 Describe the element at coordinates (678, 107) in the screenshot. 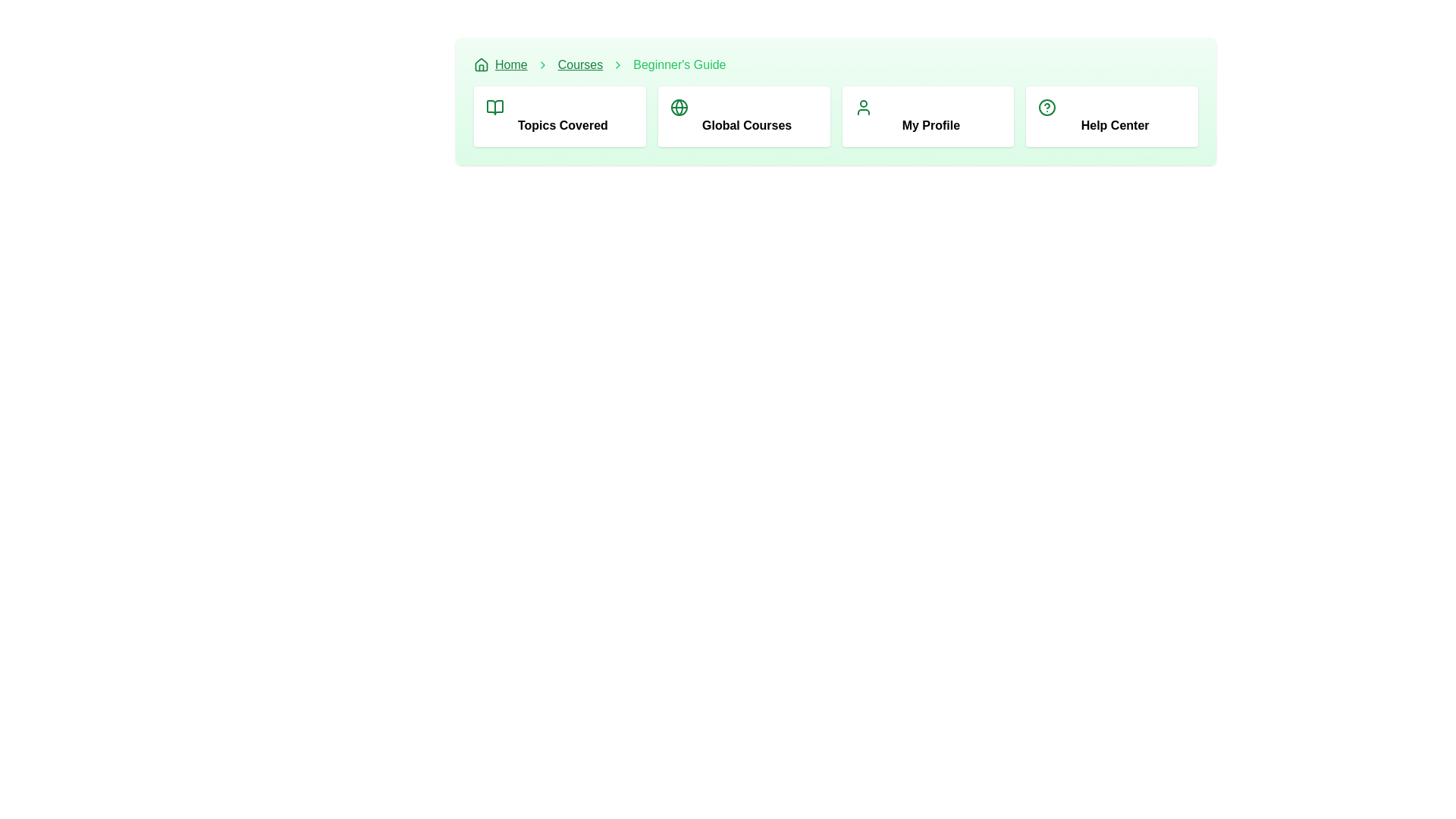

I see `attributes of the central circle element within the 'Global Courses' globe icon, which is characterized by its green outline and representation of Earth's curvature lines` at that location.